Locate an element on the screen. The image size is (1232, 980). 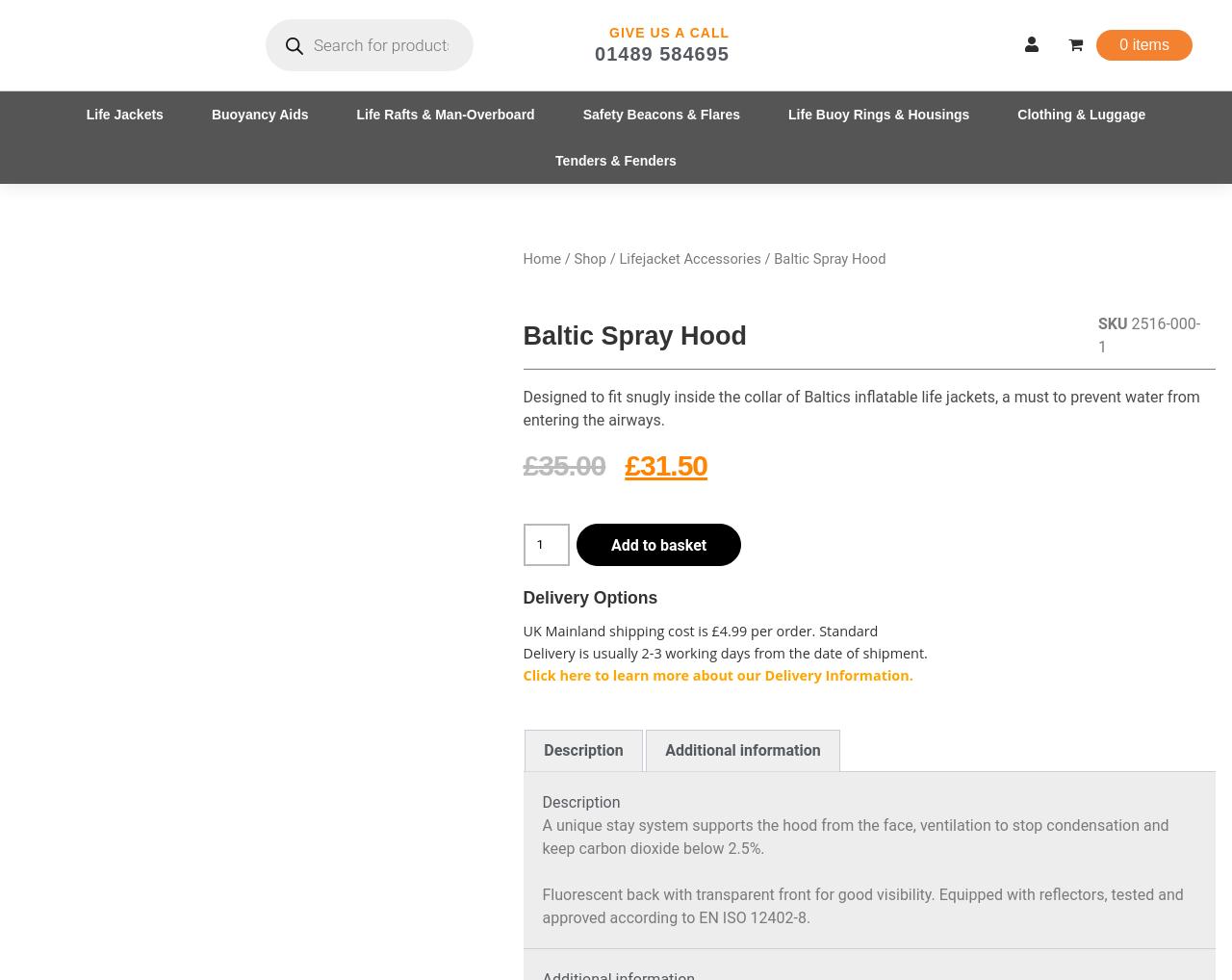
'Designed to fit snugly inside the collar of Baltics inflatable life jackets, a must to prevent water from entering the airways.' is located at coordinates (860, 406).